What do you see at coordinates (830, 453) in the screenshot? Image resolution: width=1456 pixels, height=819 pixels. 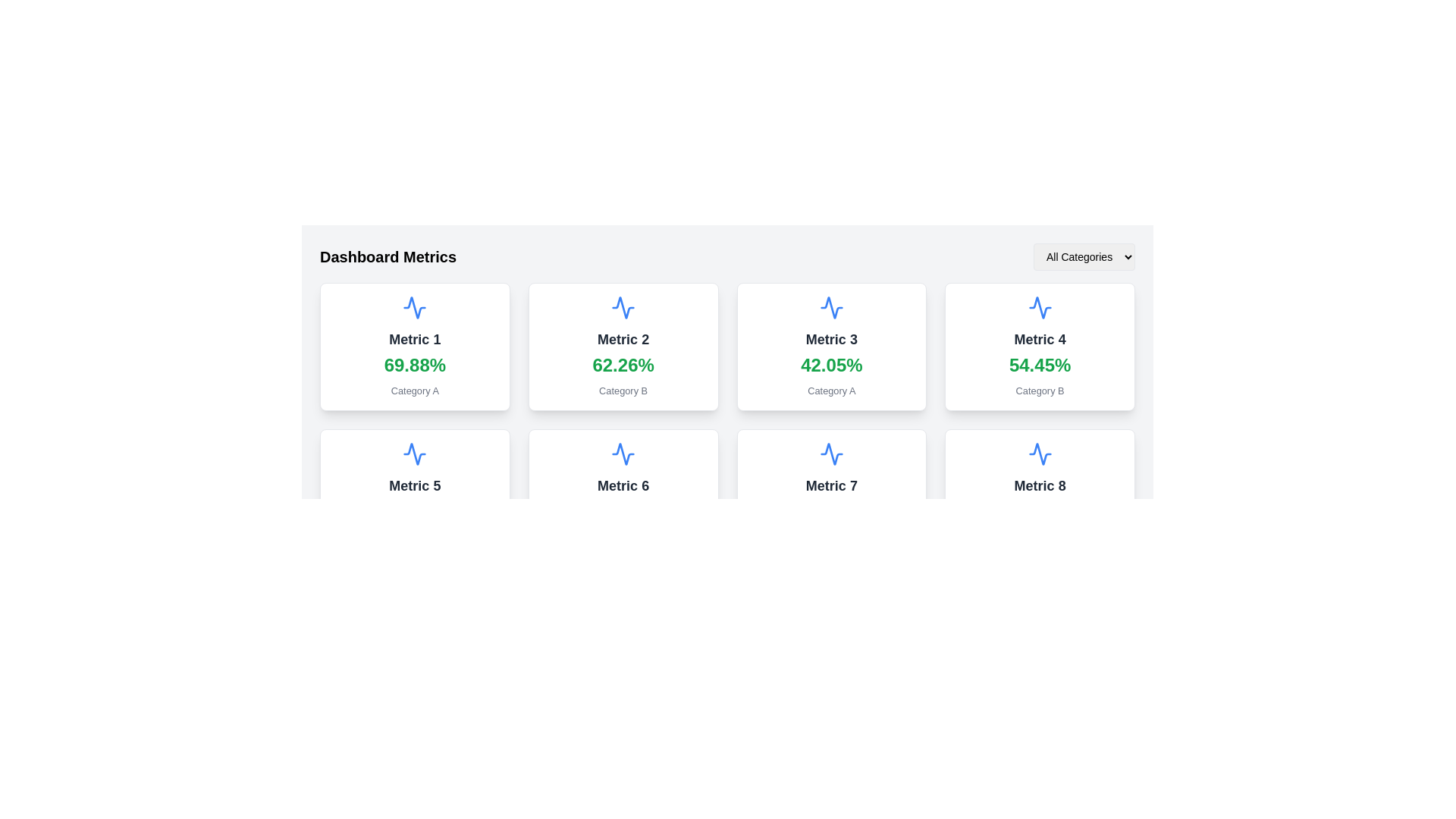 I see `blue wave-like vector icon resembling an activity graph, located in the center of the card labeled 'Metric 7' in the second row, third column of the grid layout` at bounding box center [830, 453].